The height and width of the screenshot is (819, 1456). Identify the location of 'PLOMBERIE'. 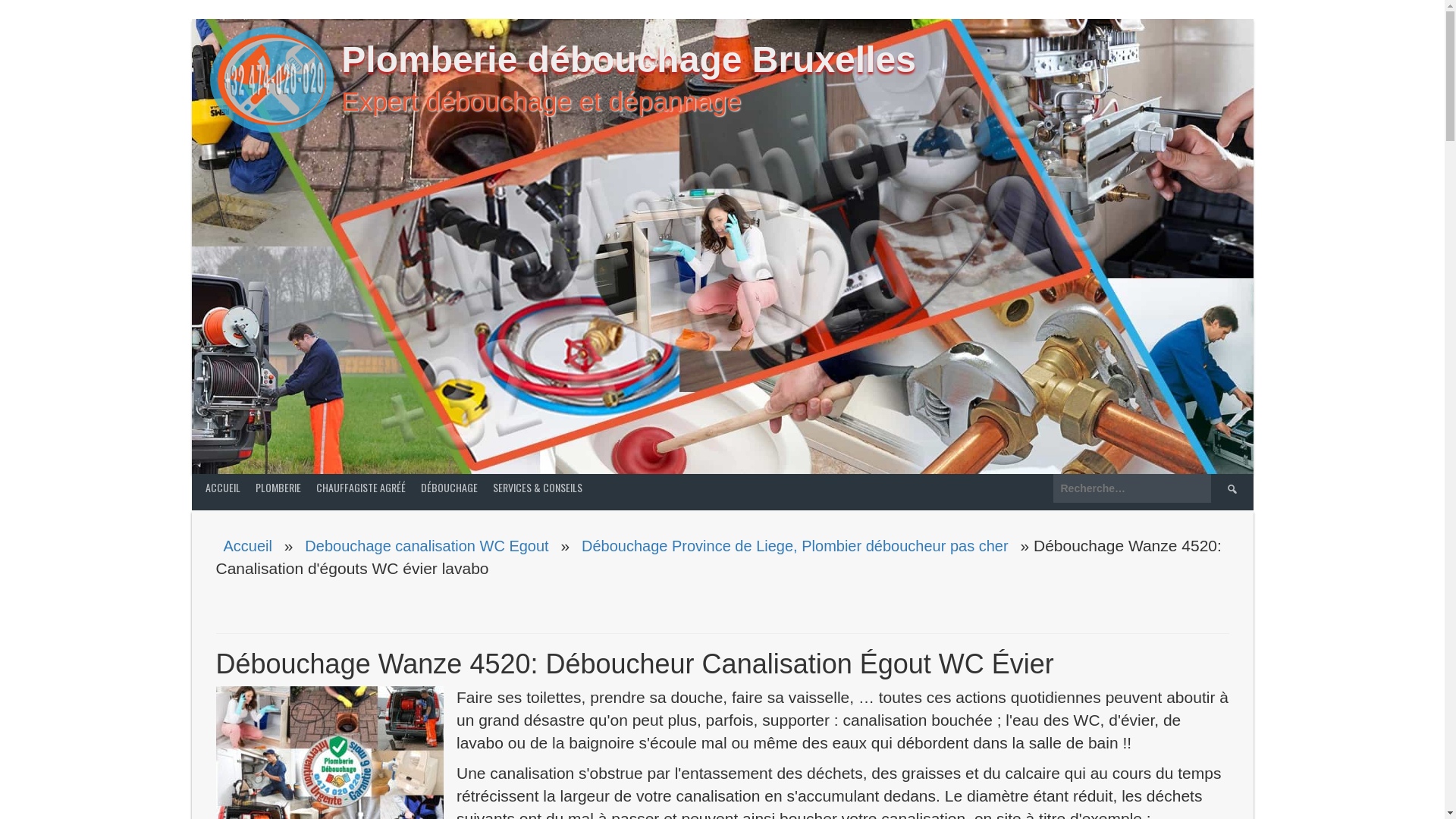
(278, 488).